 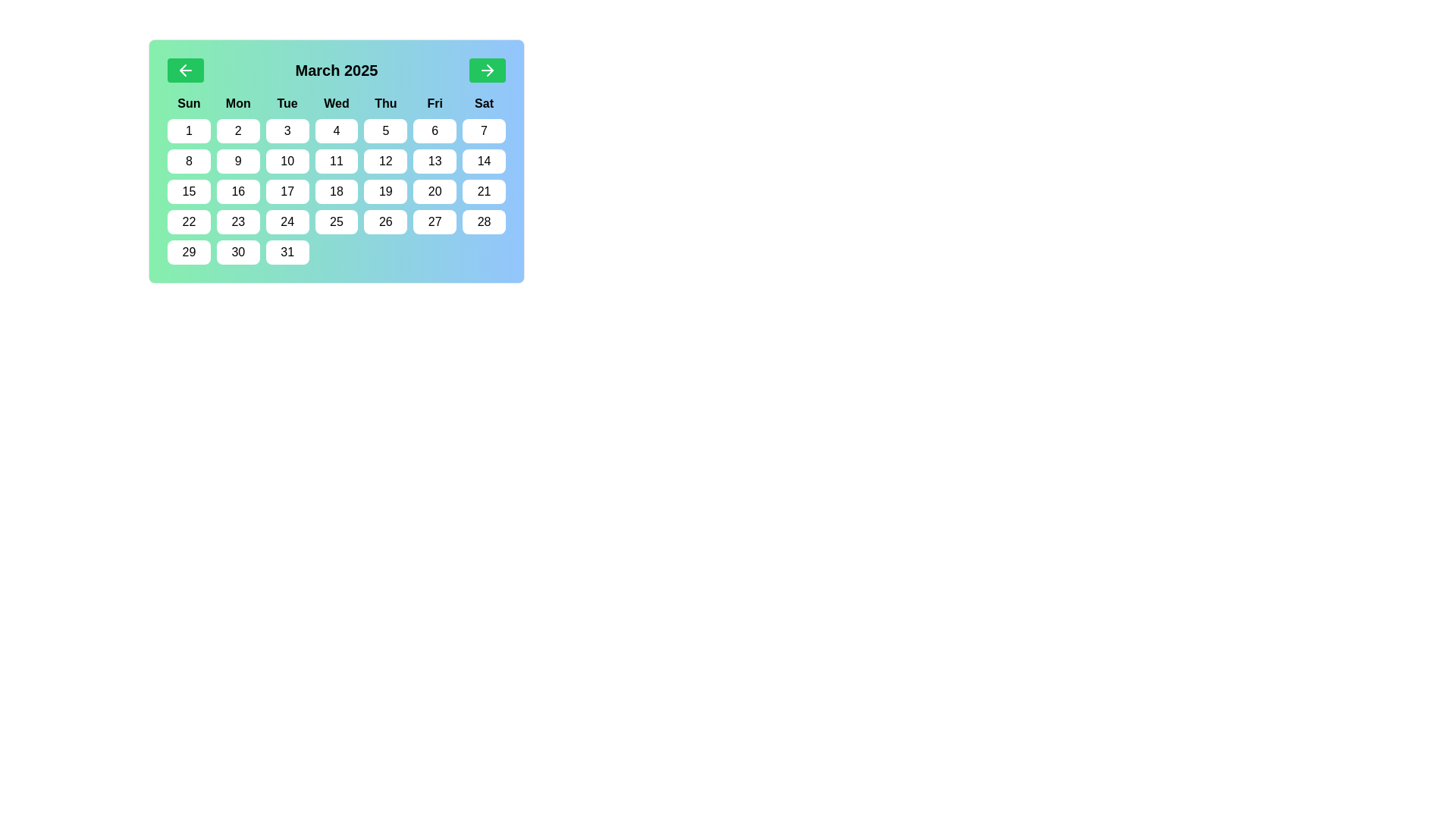 What do you see at coordinates (434, 130) in the screenshot?
I see `the button representing the 6th day of the month in the calendar layout, located below the 'Fri' header` at bounding box center [434, 130].